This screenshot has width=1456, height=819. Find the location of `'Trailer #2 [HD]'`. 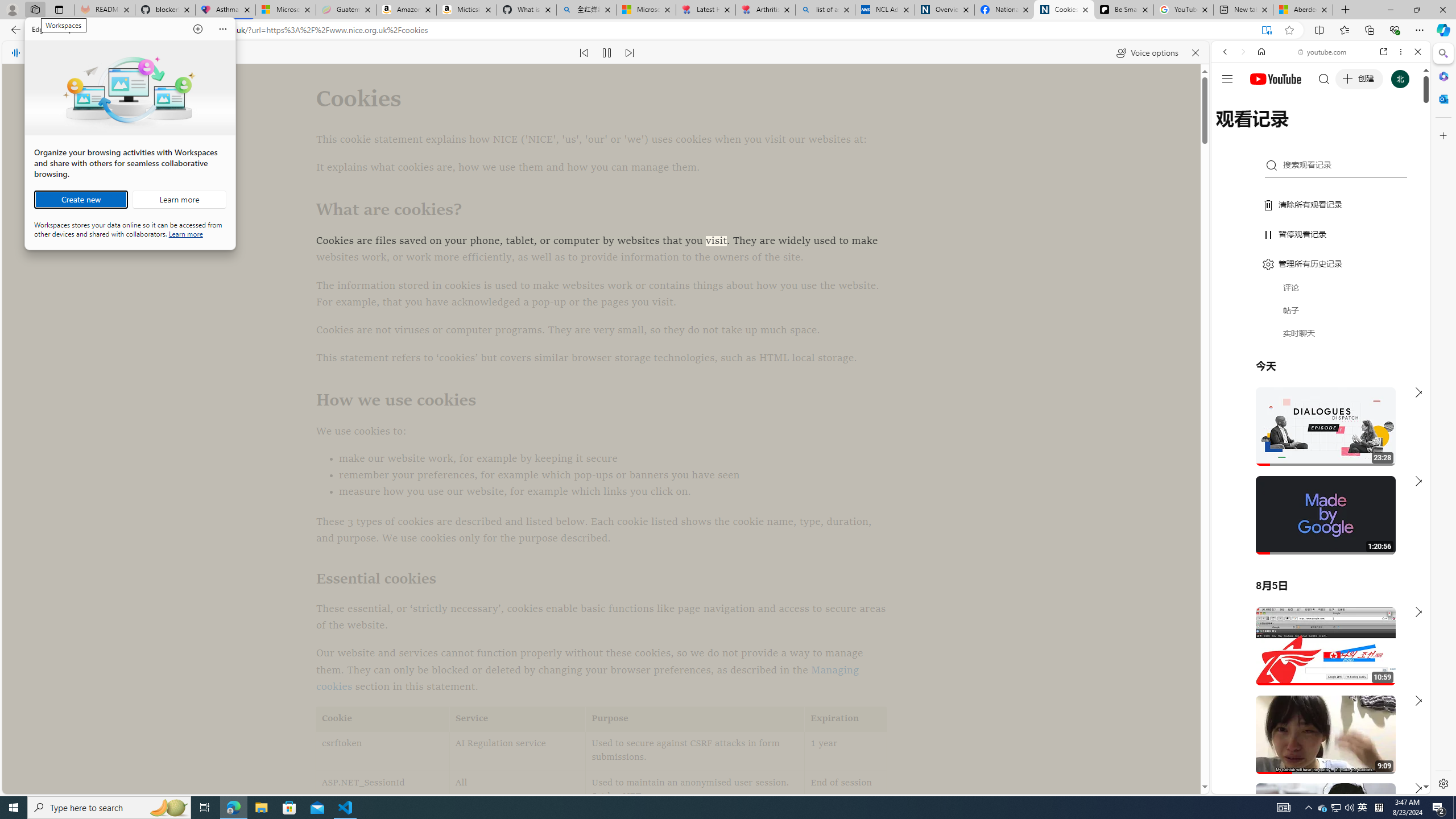

'Trailer #2 [HD]' is located at coordinates (1319, 337).